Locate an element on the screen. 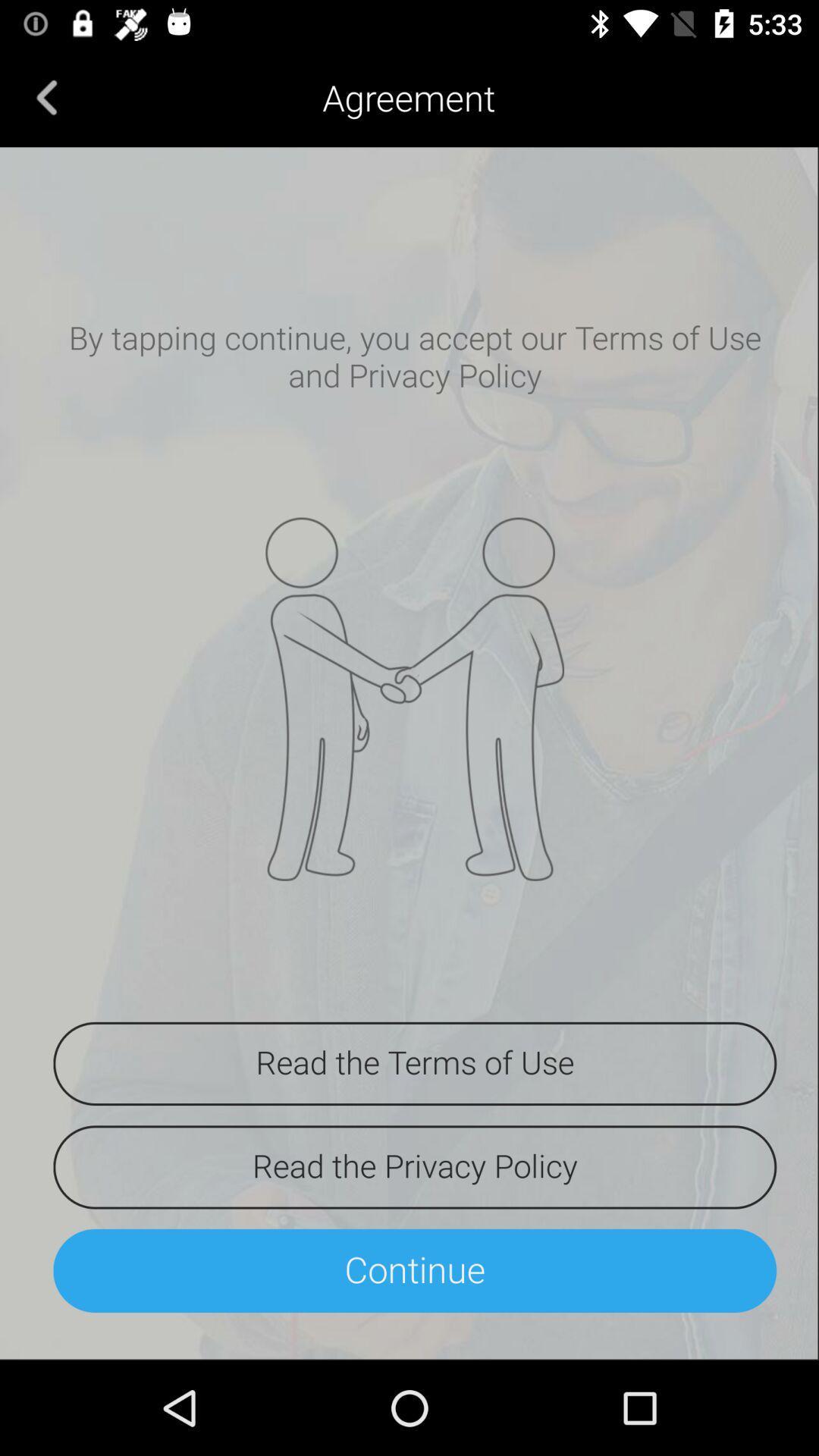  item at the top left corner is located at coordinates (46, 96).